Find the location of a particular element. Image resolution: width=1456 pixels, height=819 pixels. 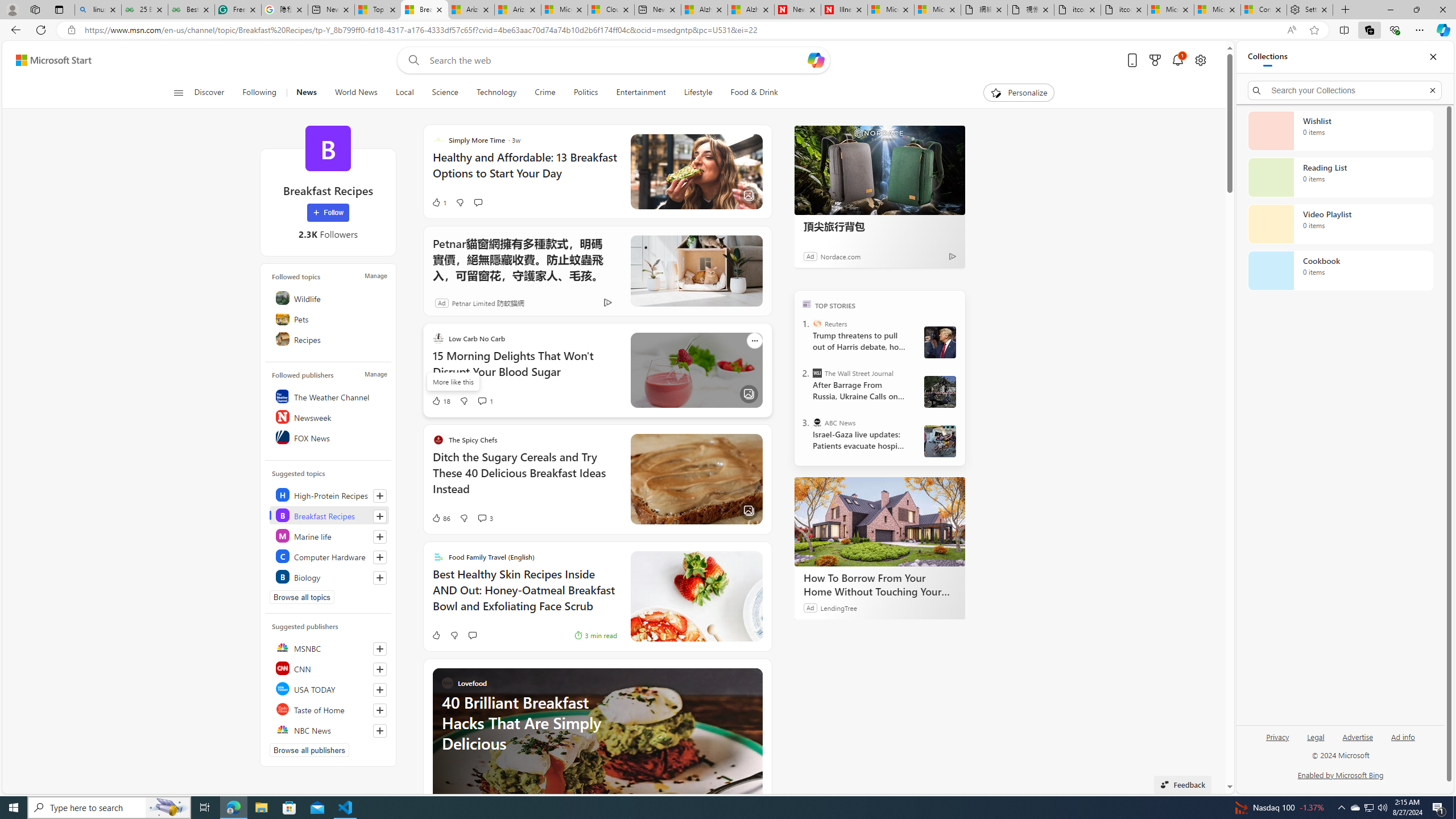

'Privacy' is located at coordinates (1277, 736).